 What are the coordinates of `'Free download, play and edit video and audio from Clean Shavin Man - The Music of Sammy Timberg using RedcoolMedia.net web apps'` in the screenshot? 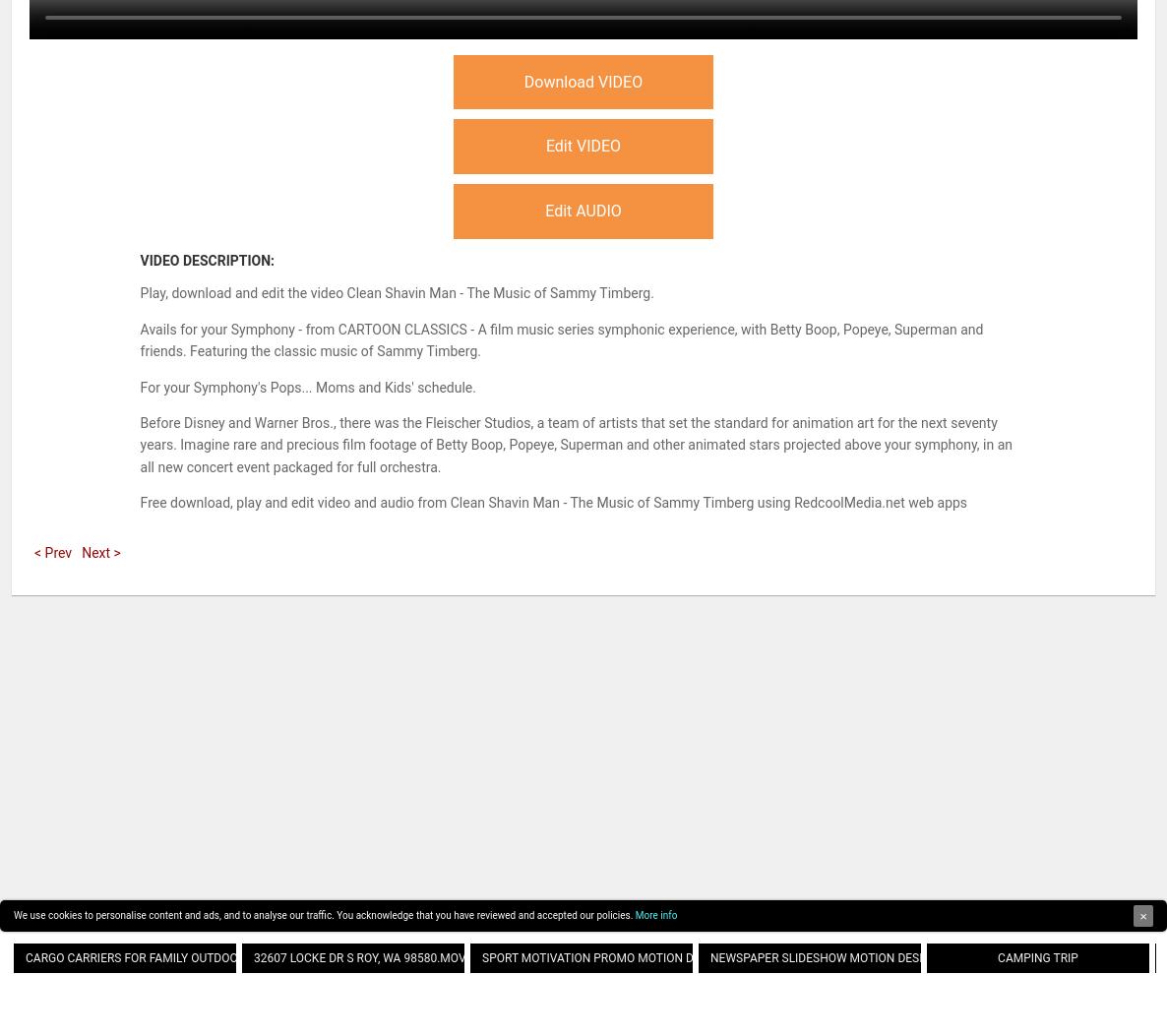 It's located at (553, 503).